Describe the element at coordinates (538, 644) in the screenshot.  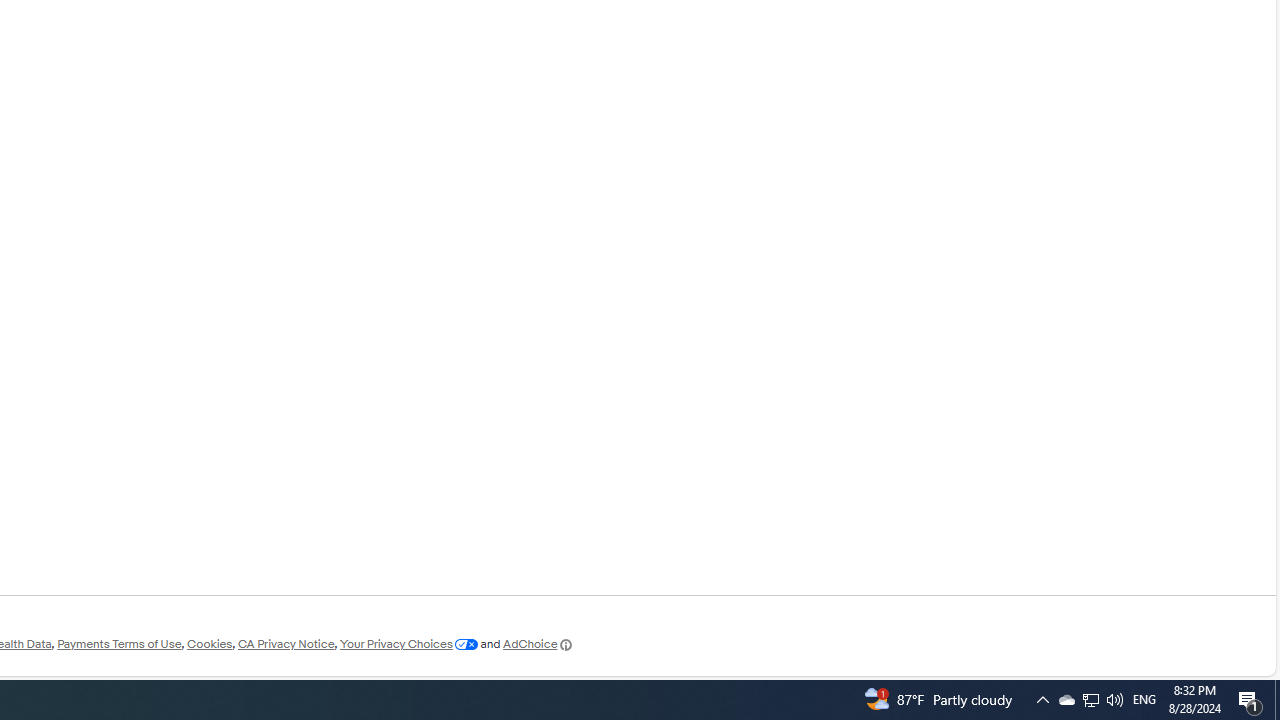
I see `'AdChoice'` at that location.